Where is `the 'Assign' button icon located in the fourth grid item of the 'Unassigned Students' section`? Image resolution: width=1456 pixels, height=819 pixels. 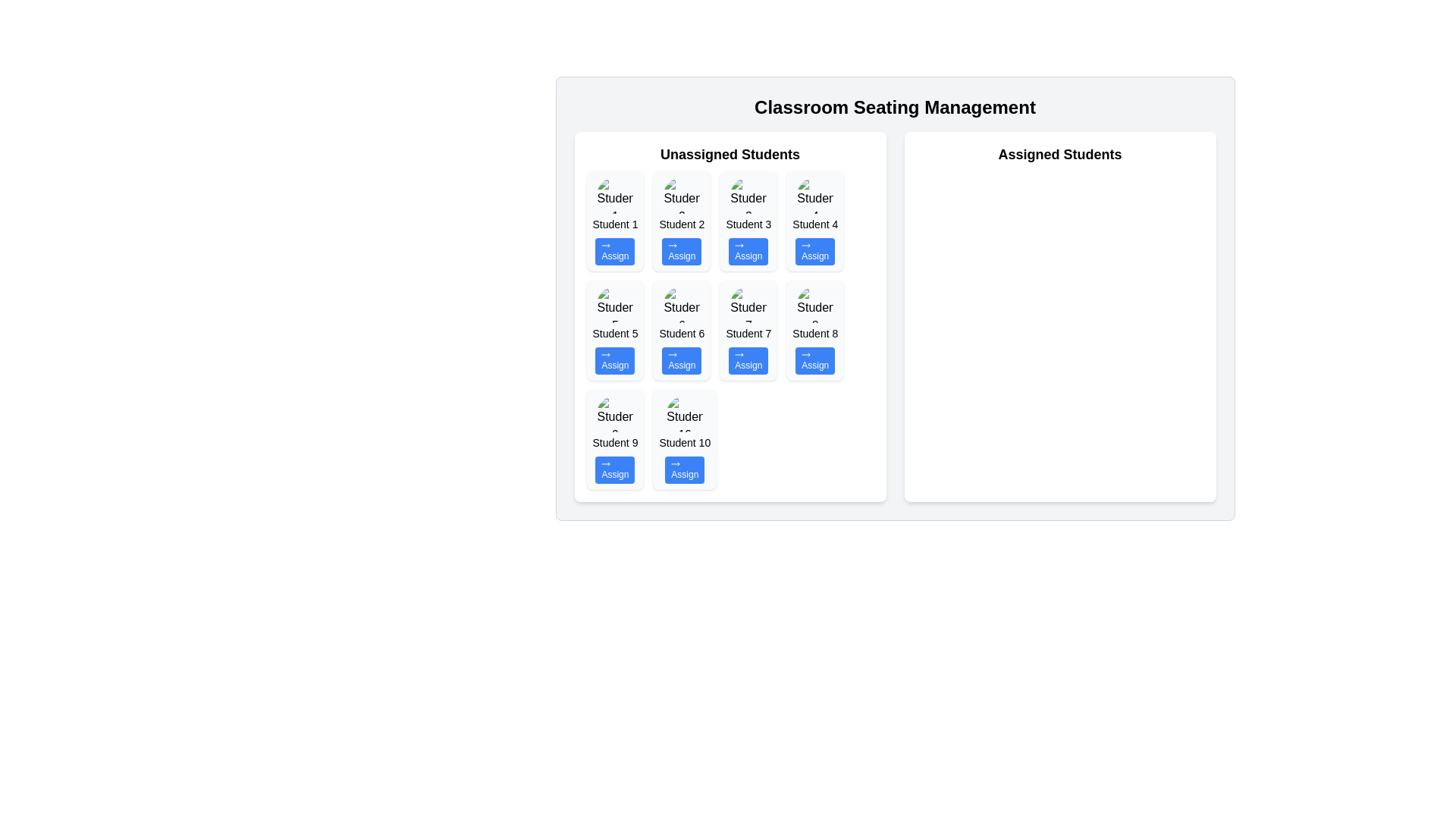 the 'Assign' button icon located in the fourth grid item of the 'Unassigned Students' section is located at coordinates (805, 245).